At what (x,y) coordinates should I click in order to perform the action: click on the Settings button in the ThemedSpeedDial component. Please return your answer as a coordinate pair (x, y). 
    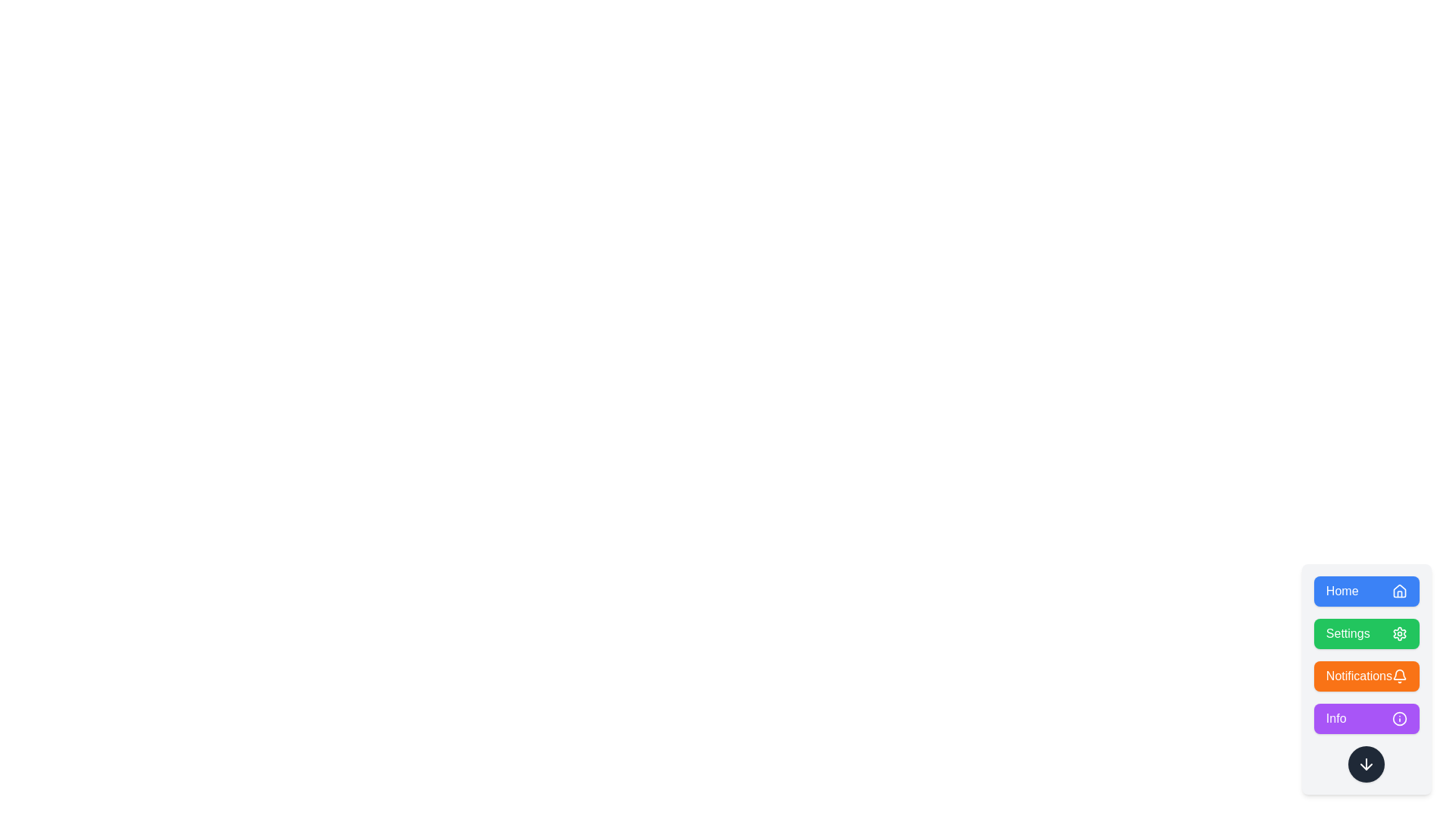
    Looking at the image, I should click on (1367, 634).